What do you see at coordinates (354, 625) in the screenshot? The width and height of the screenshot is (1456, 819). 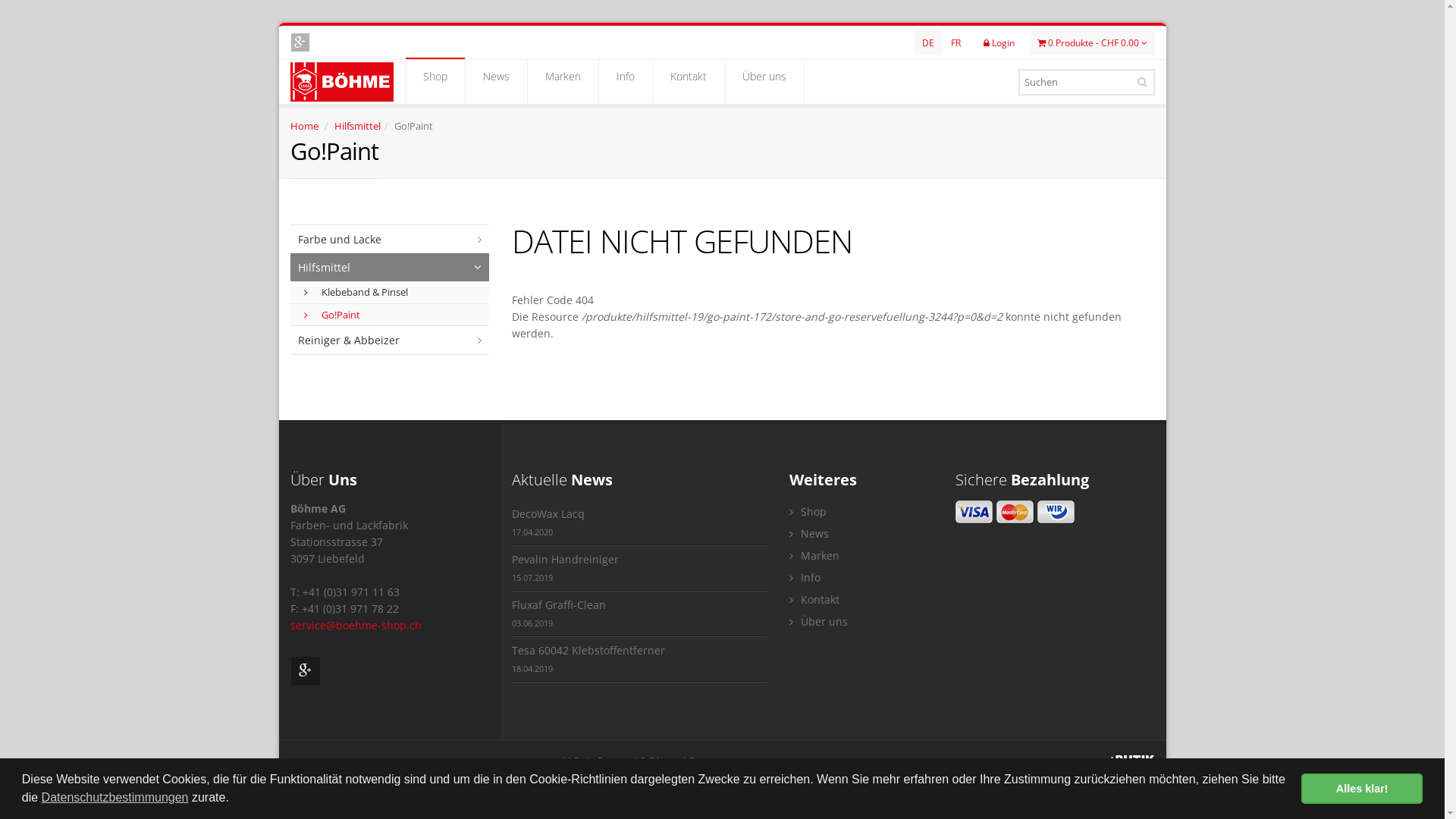 I see `'service@boehme-shop.ch'` at bounding box center [354, 625].